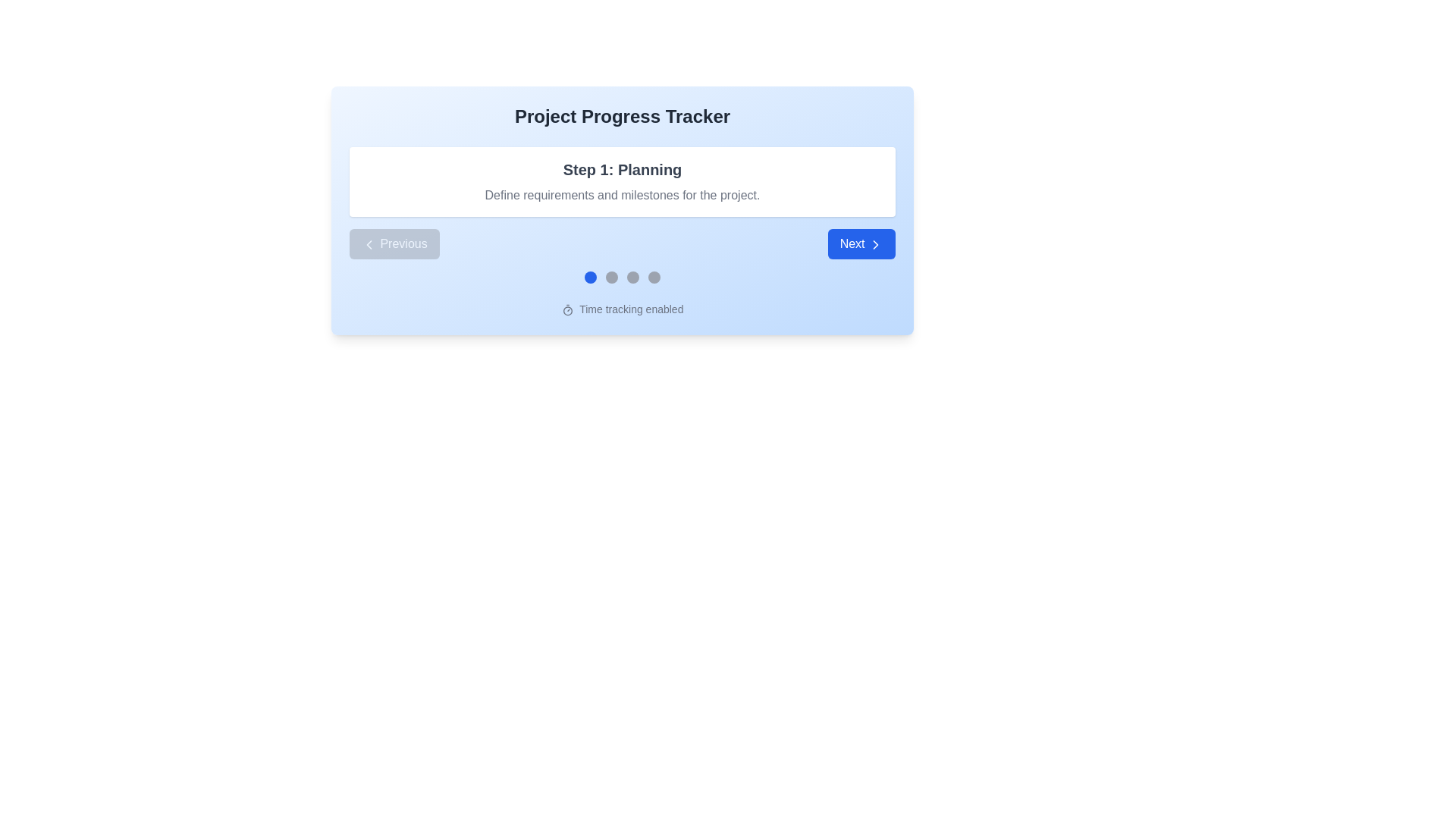 This screenshot has height=819, width=1456. What do you see at coordinates (611, 278) in the screenshot?
I see `the second gray circle in the progress indicator group` at bounding box center [611, 278].